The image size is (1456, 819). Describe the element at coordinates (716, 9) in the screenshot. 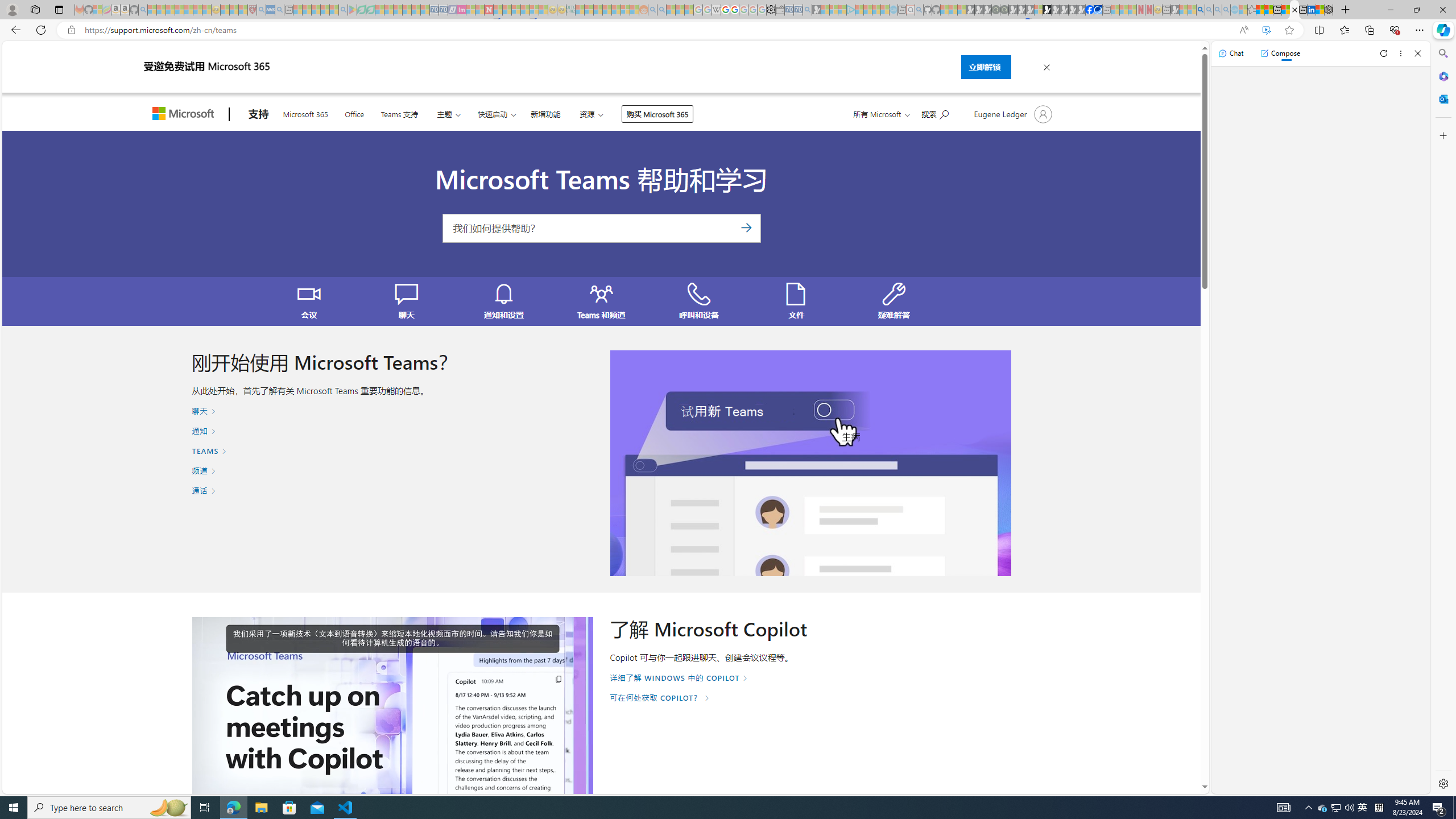

I see `'Target page - Wikipedia - Sleeping'` at that location.